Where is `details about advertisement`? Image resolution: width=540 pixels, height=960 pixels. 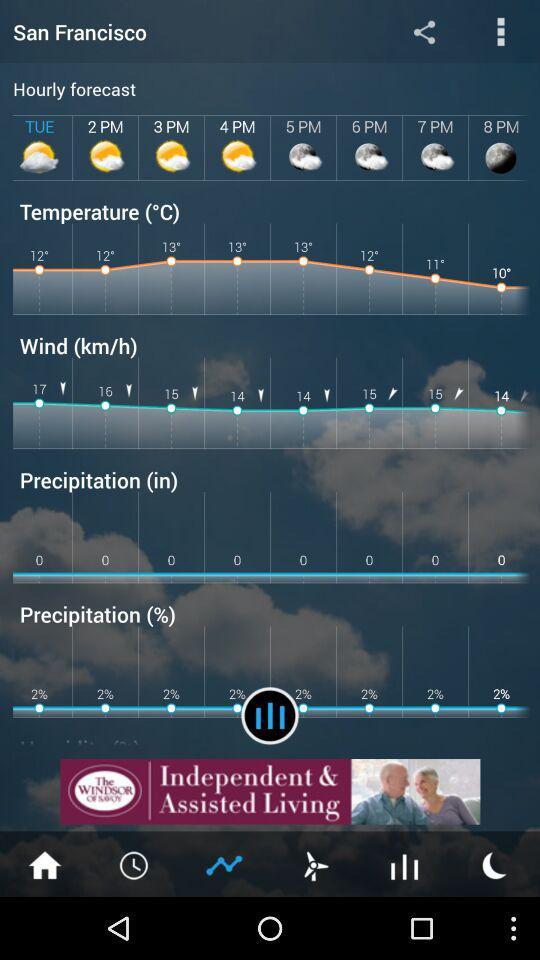 details about advertisement is located at coordinates (270, 791).